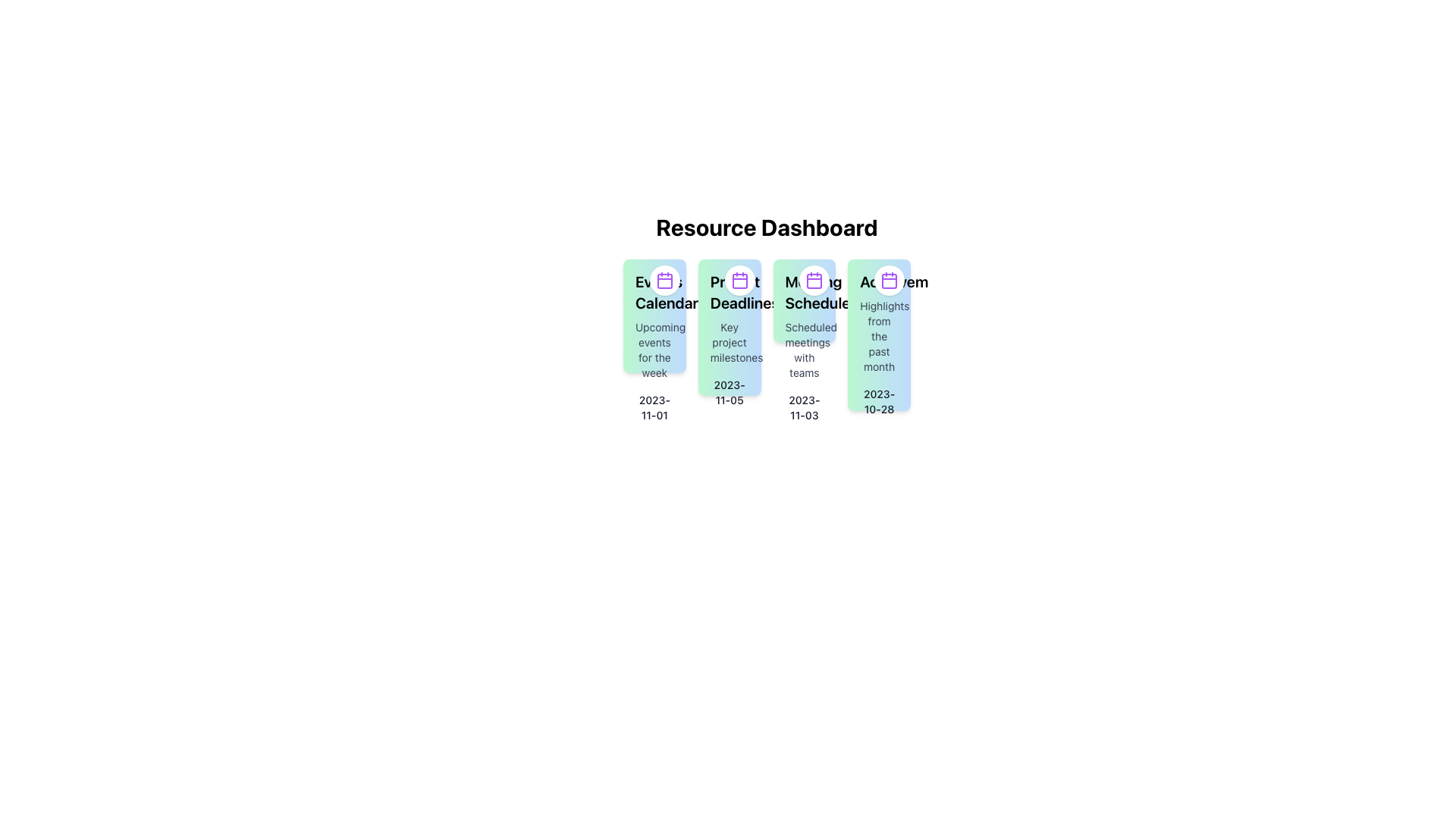  Describe the element at coordinates (803, 406) in the screenshot. I see `the text label displaying '2023-11-03'` at that location.